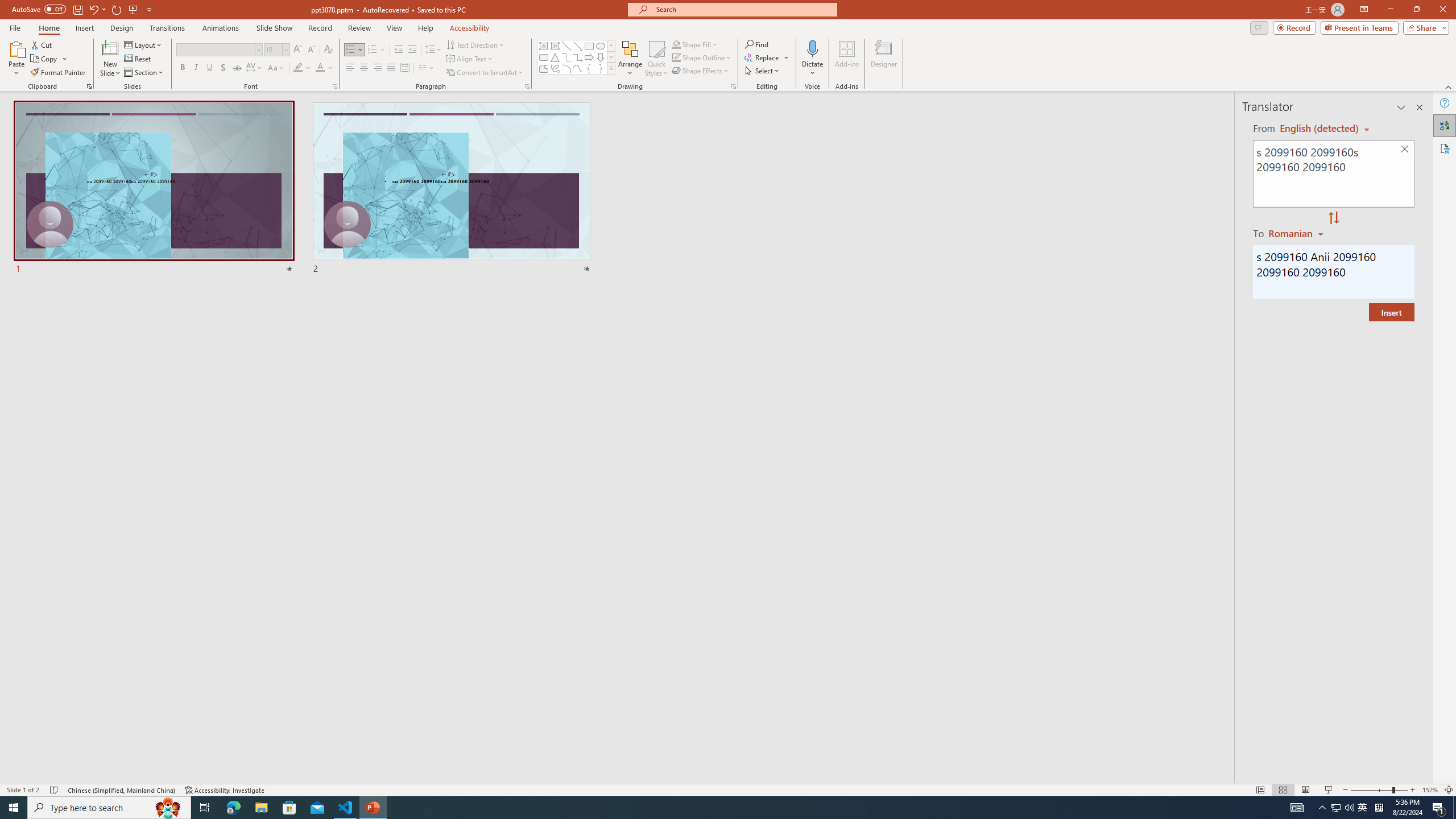  What do you see at coordinates (700, 69) in the screenshot?
I see `'Shape Effects'` at bounding box center [700, 69].